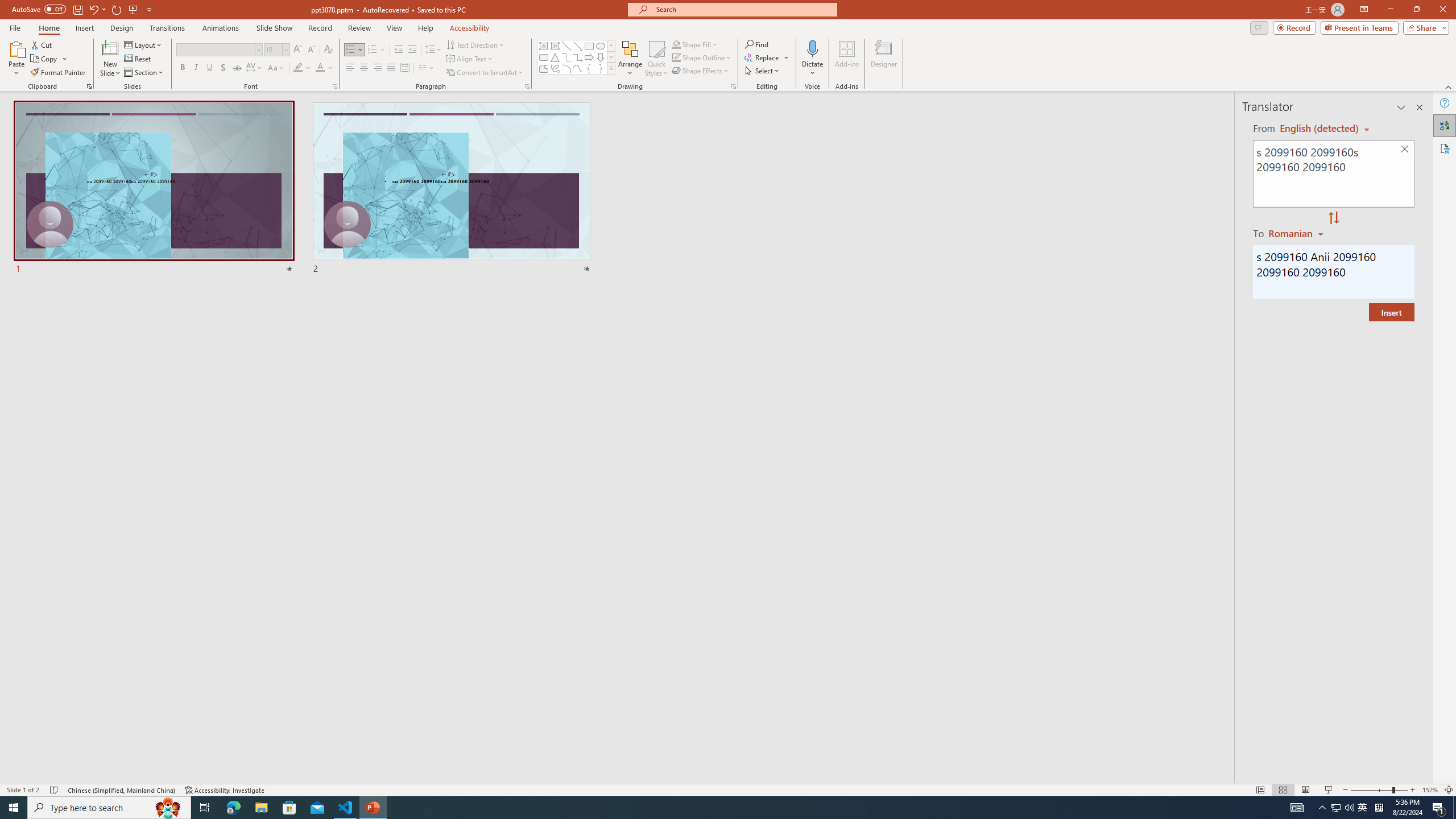  What do you see at coordinates (700, 69) in the screenshot?
I see `'Shape Effects'` at bounding box center [700, 69].